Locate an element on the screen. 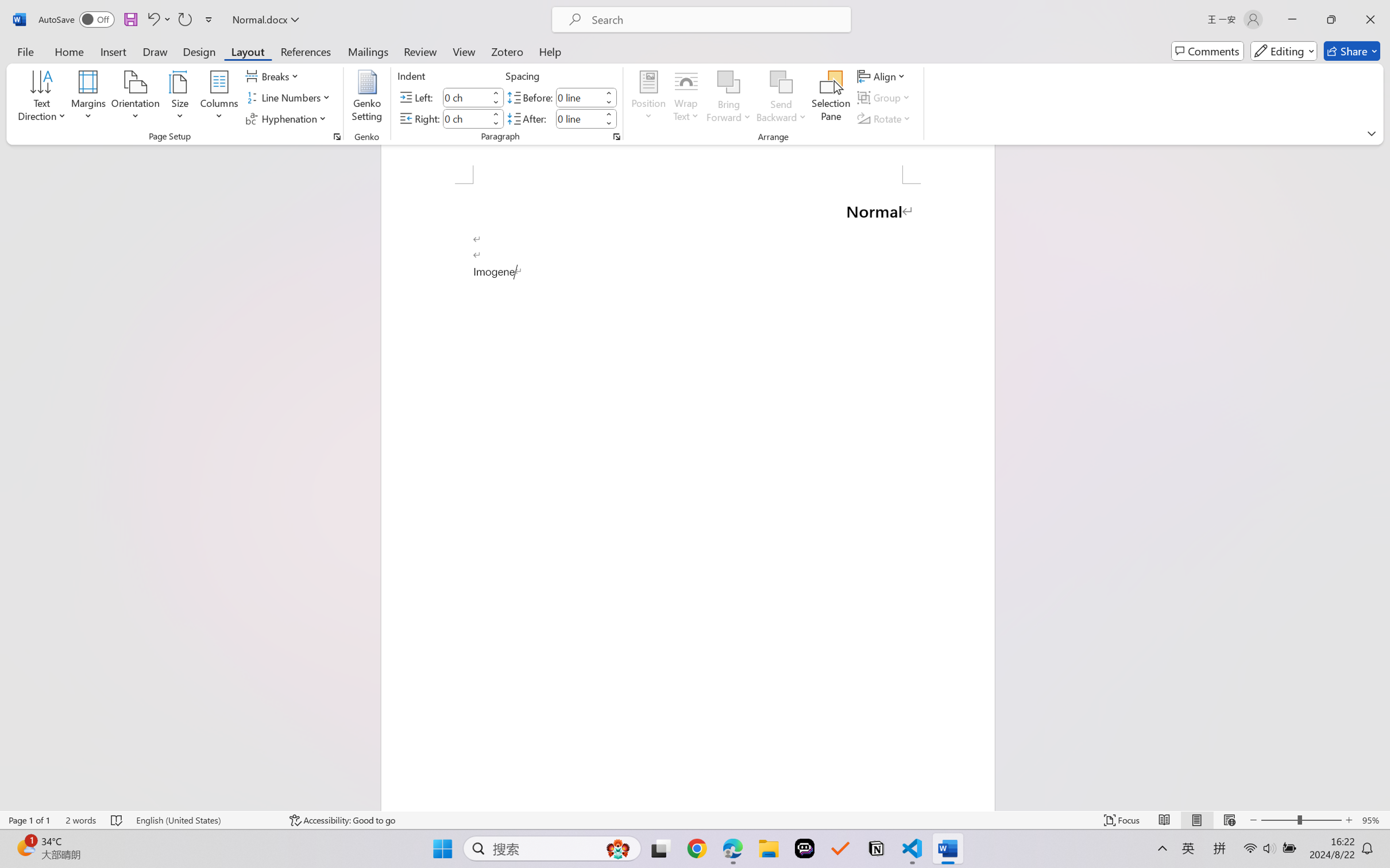 Image resolution: width=1390 pixels, height=868 pixels. 'Indent Right' is located at coordinates (465, 118).